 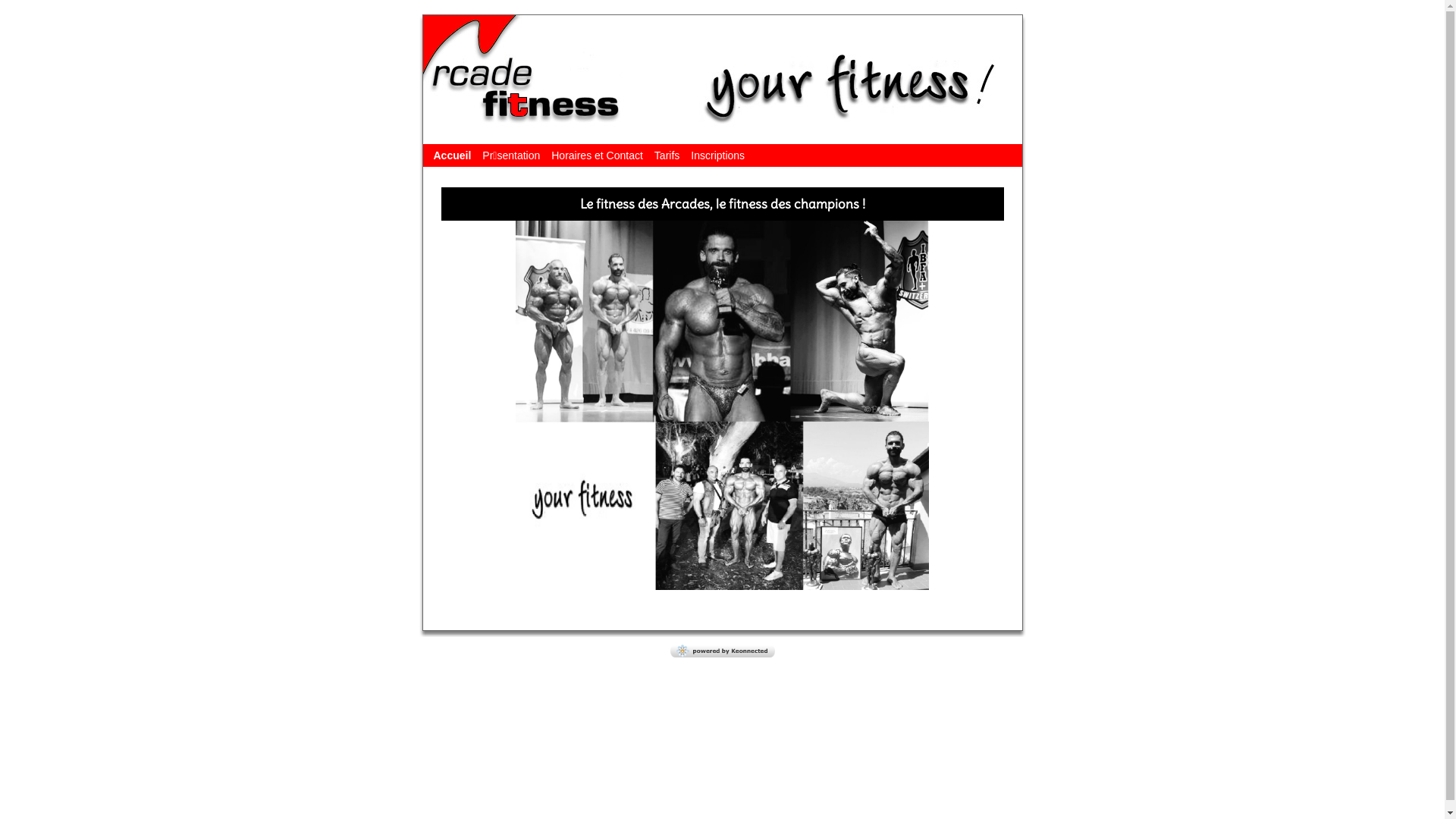 What do you see at coordinates (722, 652) in the screenshot?
I see `'Keonnected'` at bounding box center [722, 652].